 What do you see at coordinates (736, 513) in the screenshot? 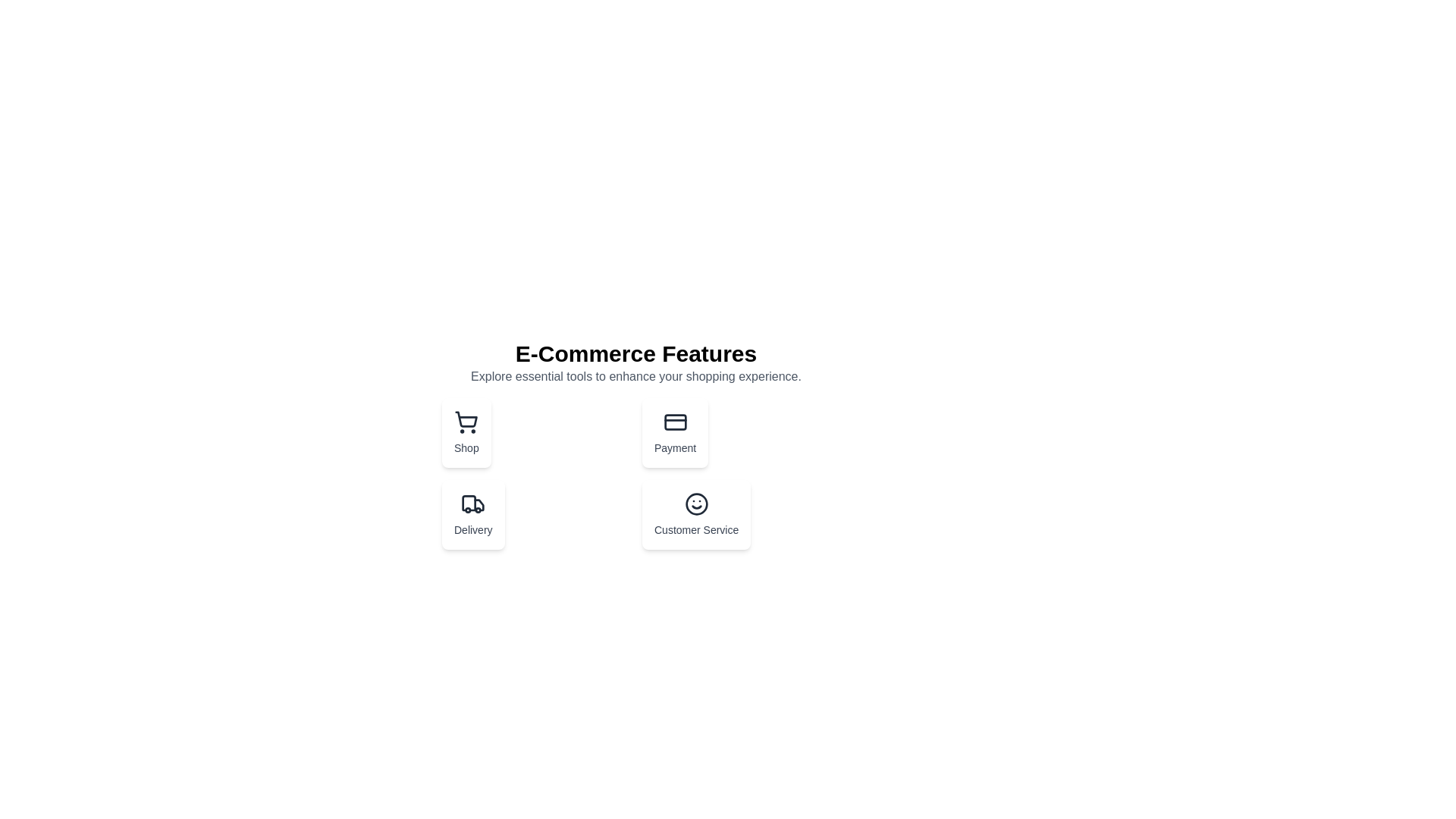
I see `the interactive card component located in the bottom-right corner of the grid` at bounding box center [736, 513].